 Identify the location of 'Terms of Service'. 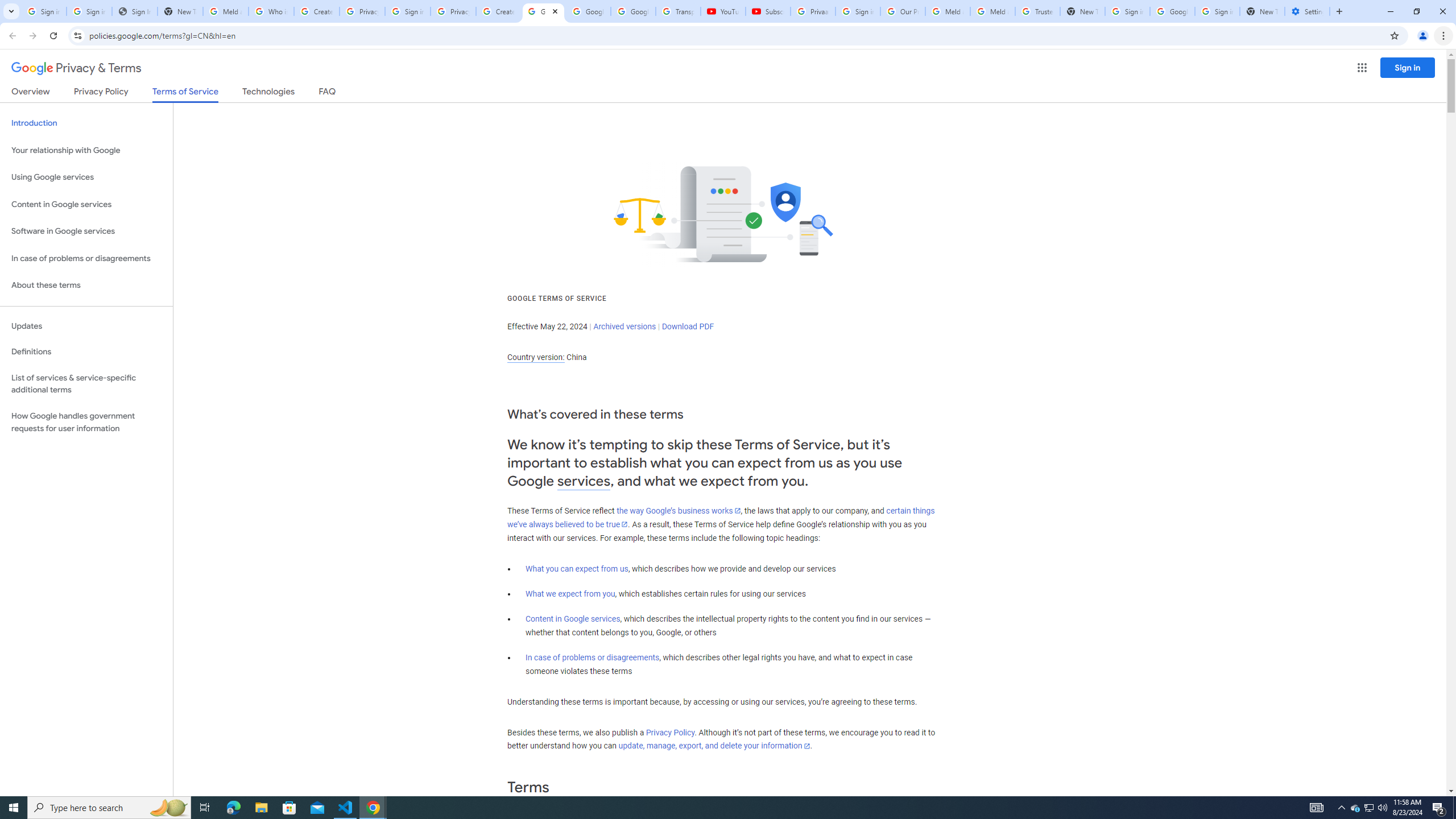
(185, 94).